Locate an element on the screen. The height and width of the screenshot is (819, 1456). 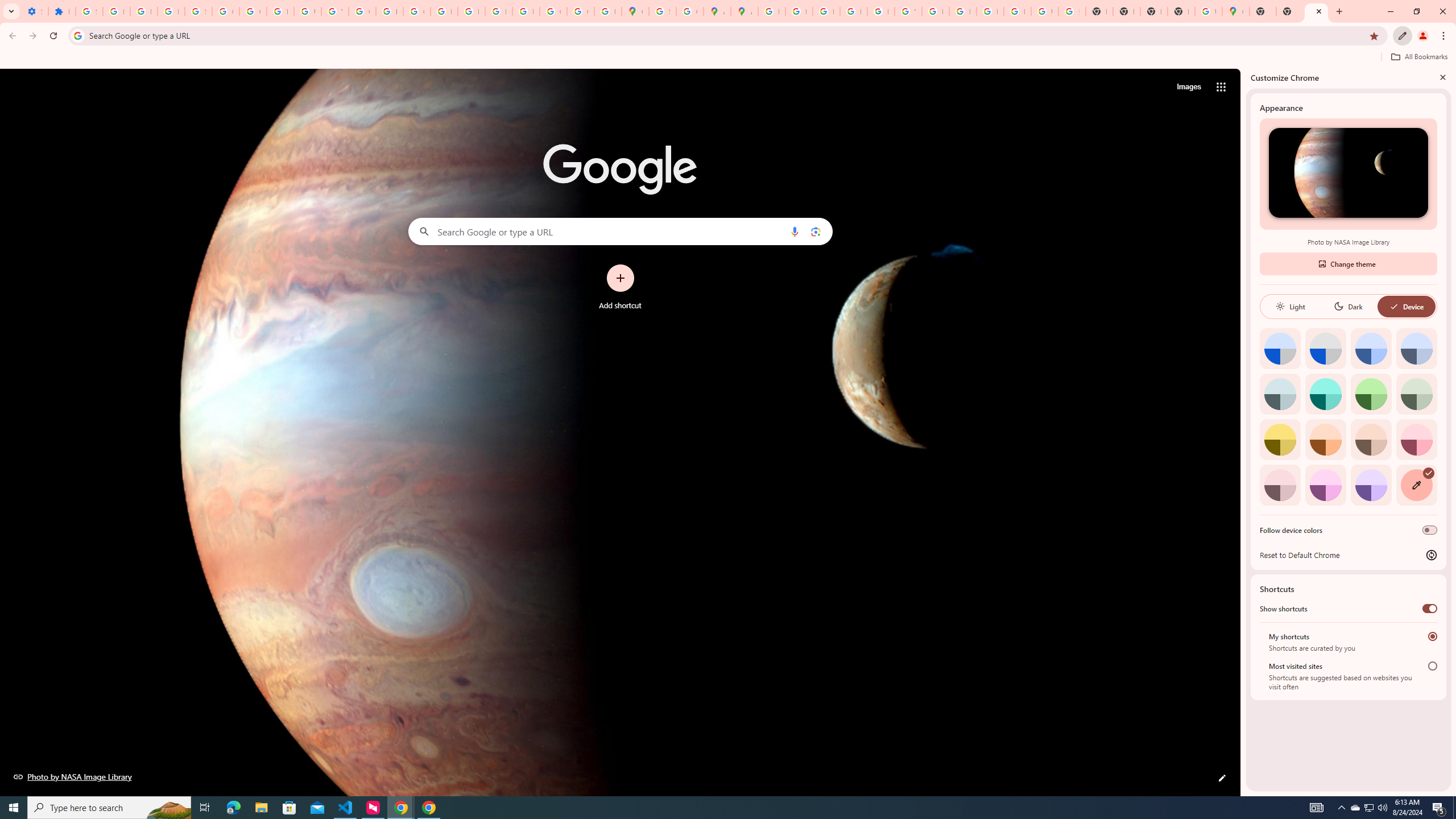
'New Tab' is located at coordinates (1262, 11).